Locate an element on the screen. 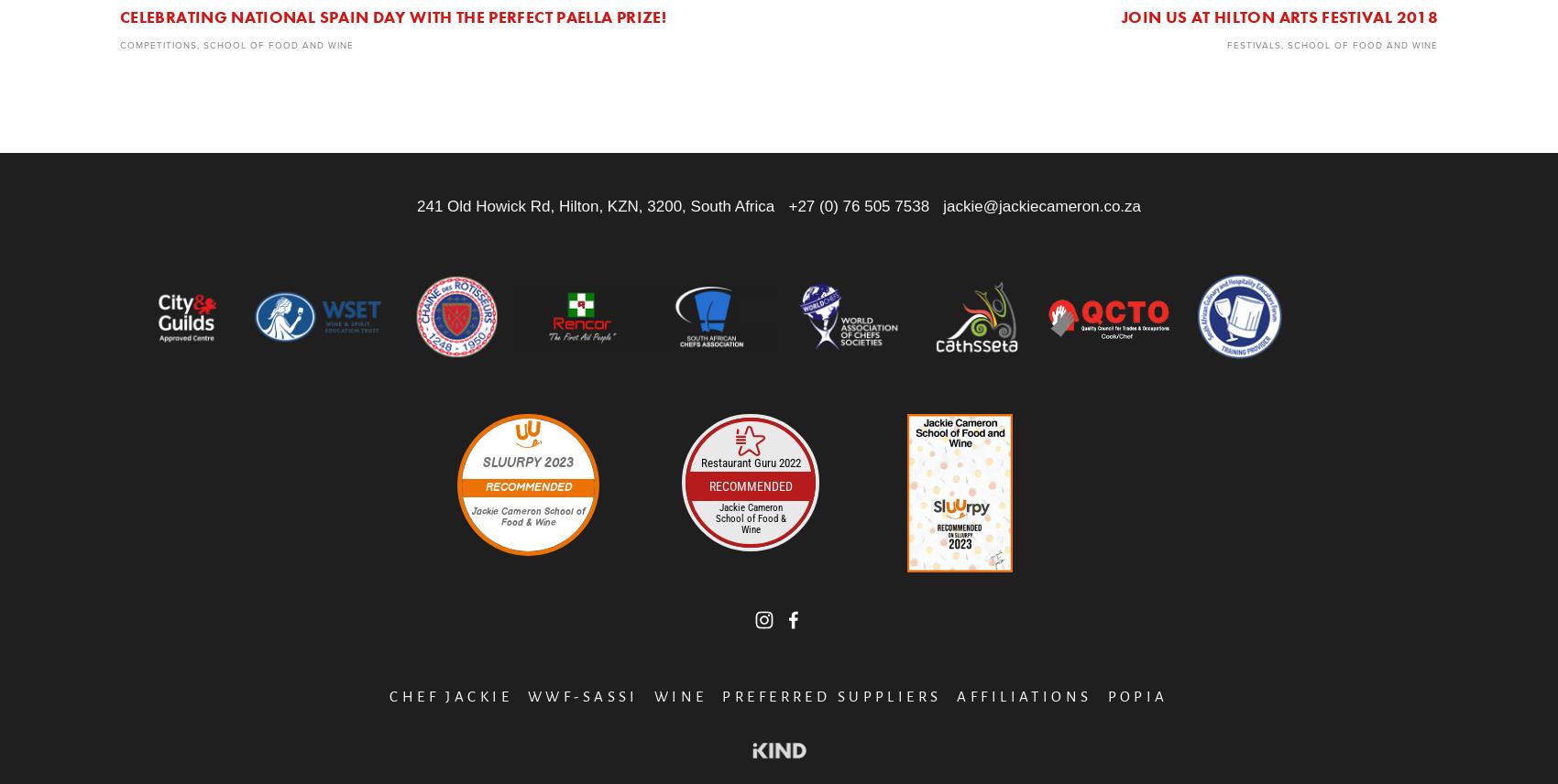 The width and height of the screenshot is (1558, 784). '241 Old Howick Rd,' is located at coordinates (416, 206).